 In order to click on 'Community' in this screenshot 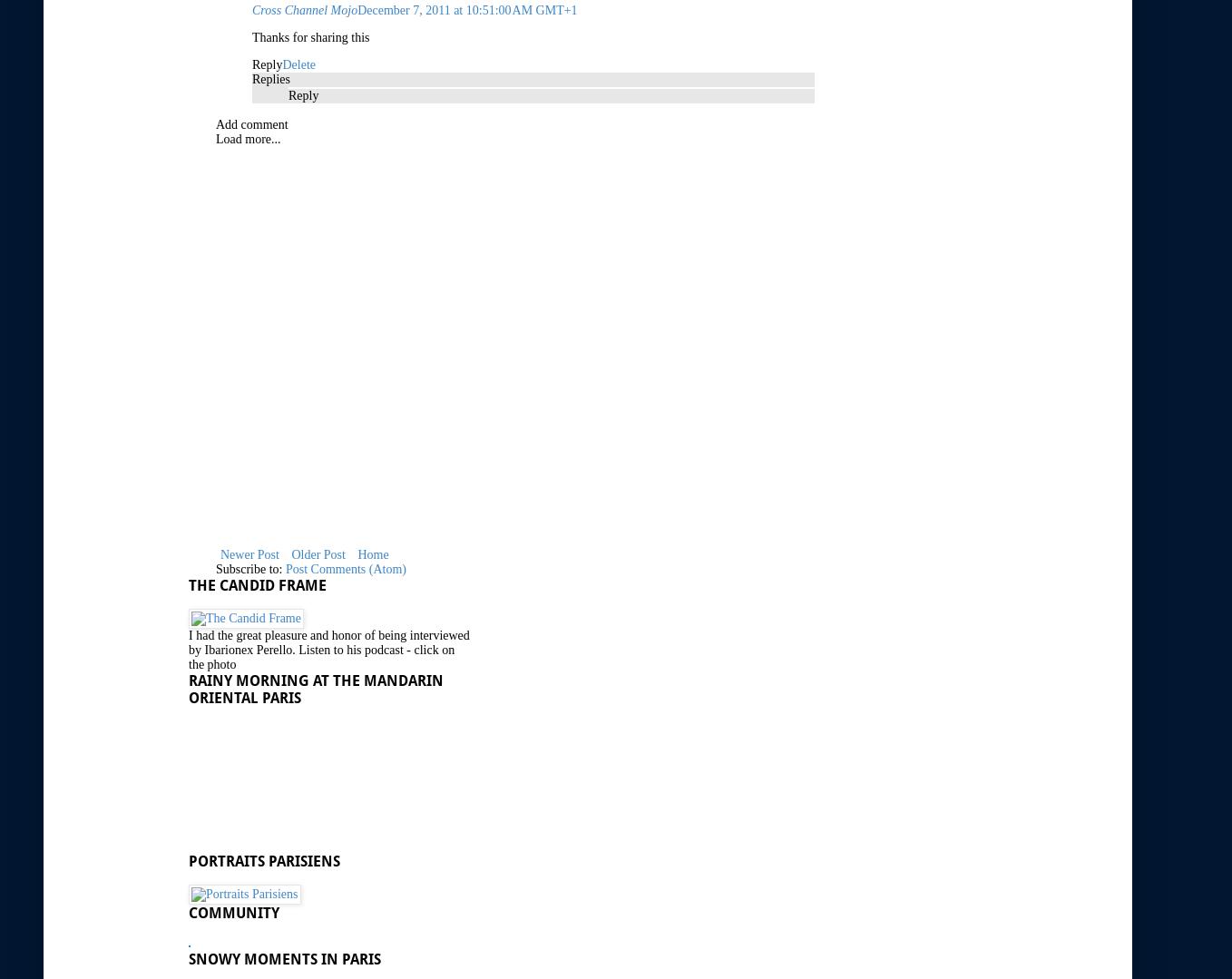, I will do `click(234, 912)`.